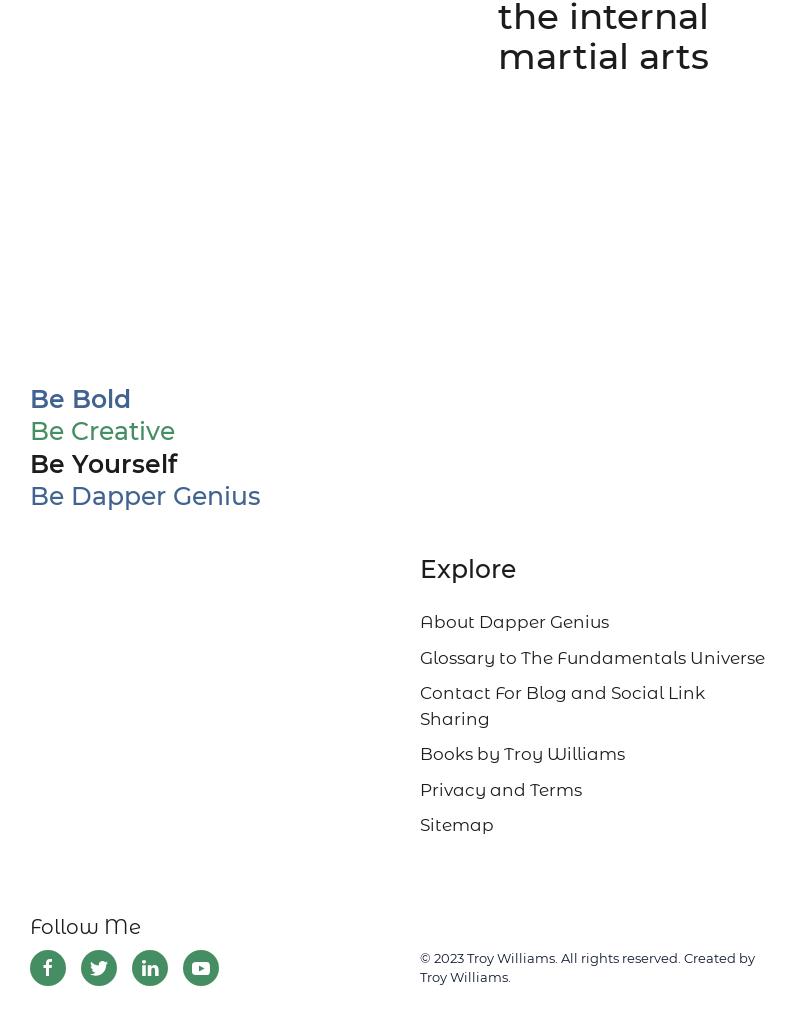 The width and height of the screenshot is (800, 1019). Describe the element at coordinates (85, 925) in the screenshot. I see `'Follow Me'` at that location.